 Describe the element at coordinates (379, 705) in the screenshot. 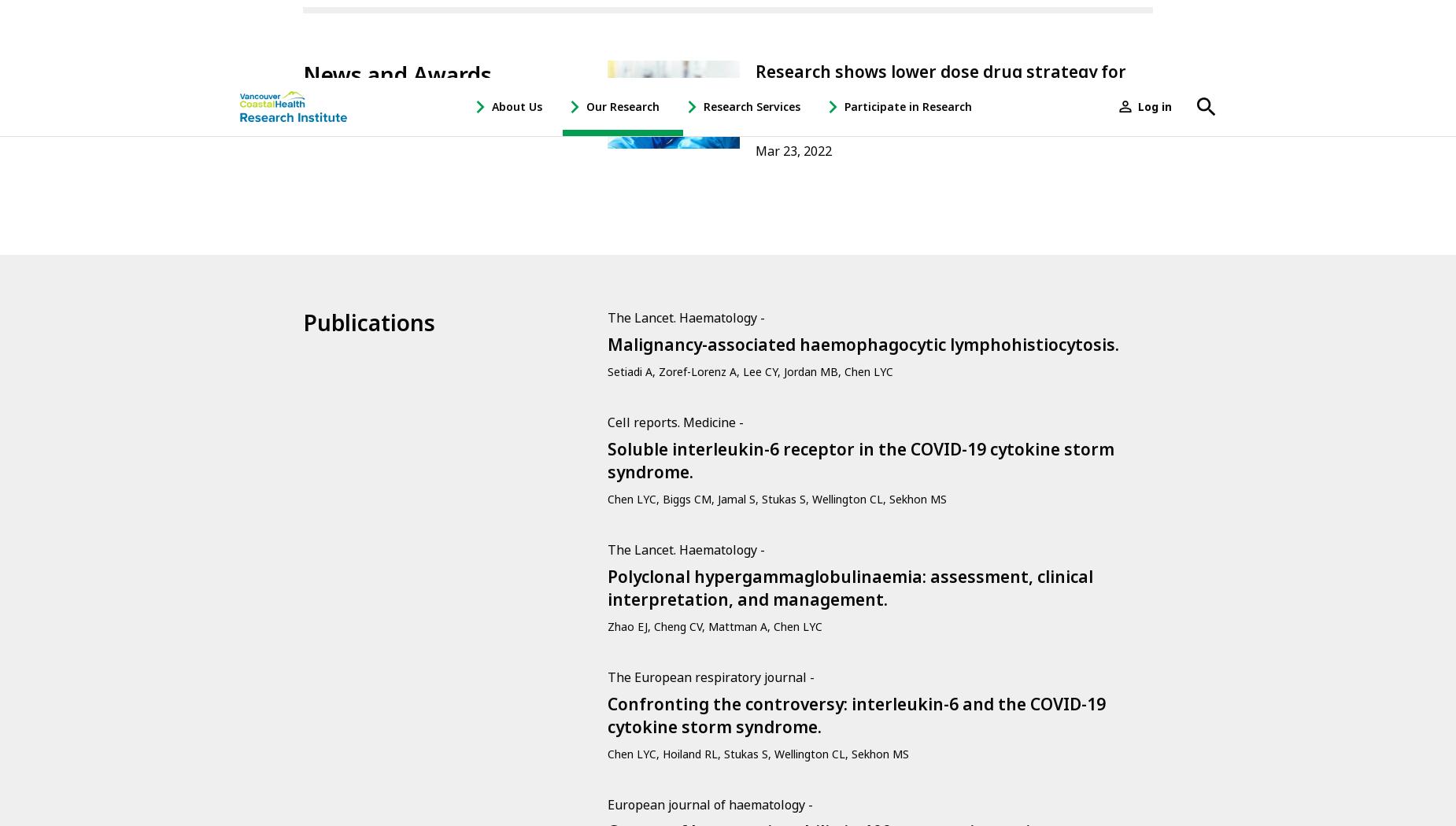

I see `'© 2023 VCHRI. All rights reserved.'` at that location.